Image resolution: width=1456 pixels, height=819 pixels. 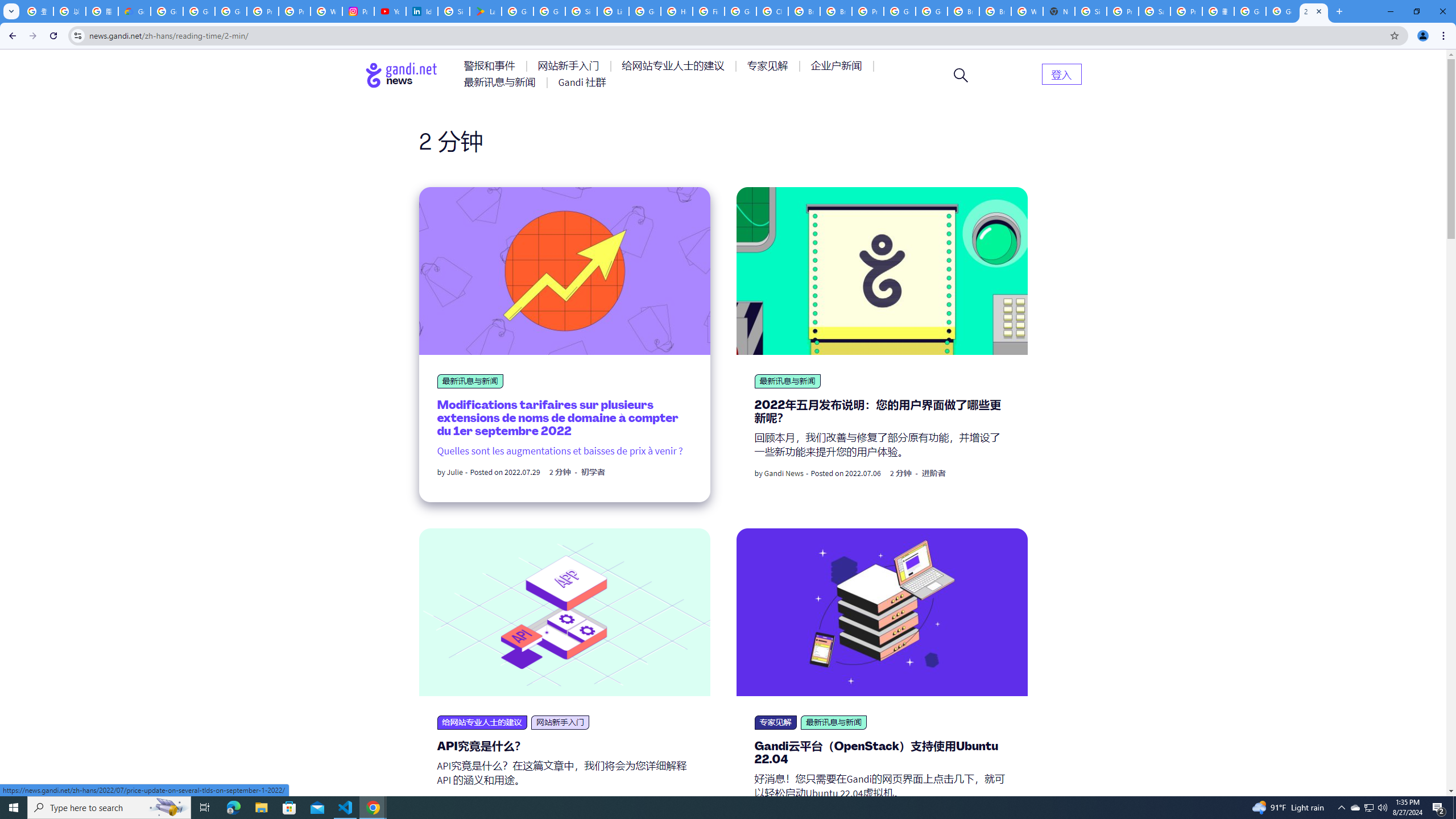 What do you see at coordinates (783, 473) in the screenshot?
I see `'Gandi News'` at bounding box center [783, 473].